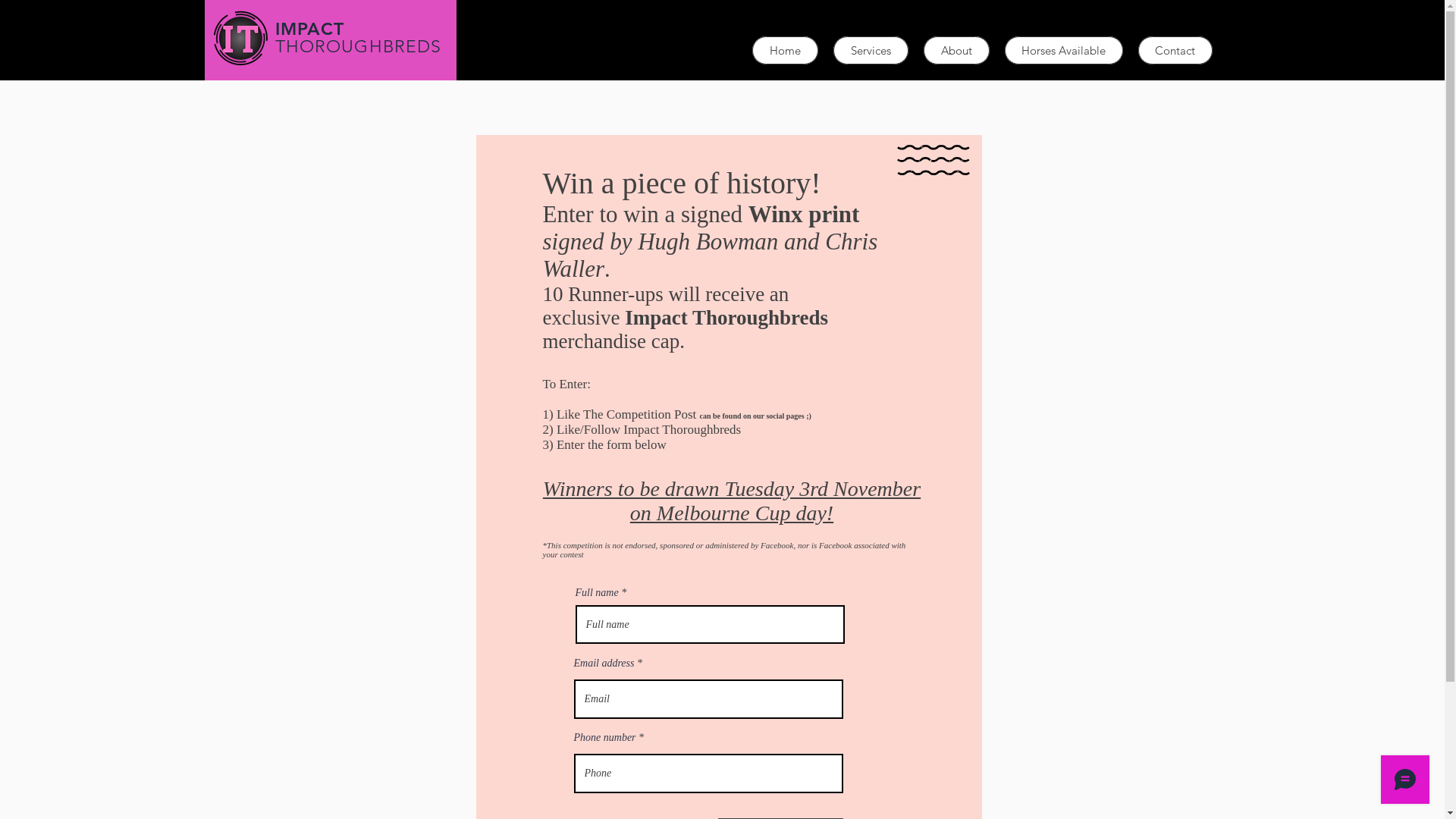  I want to click on 'About', so click(955, 49).